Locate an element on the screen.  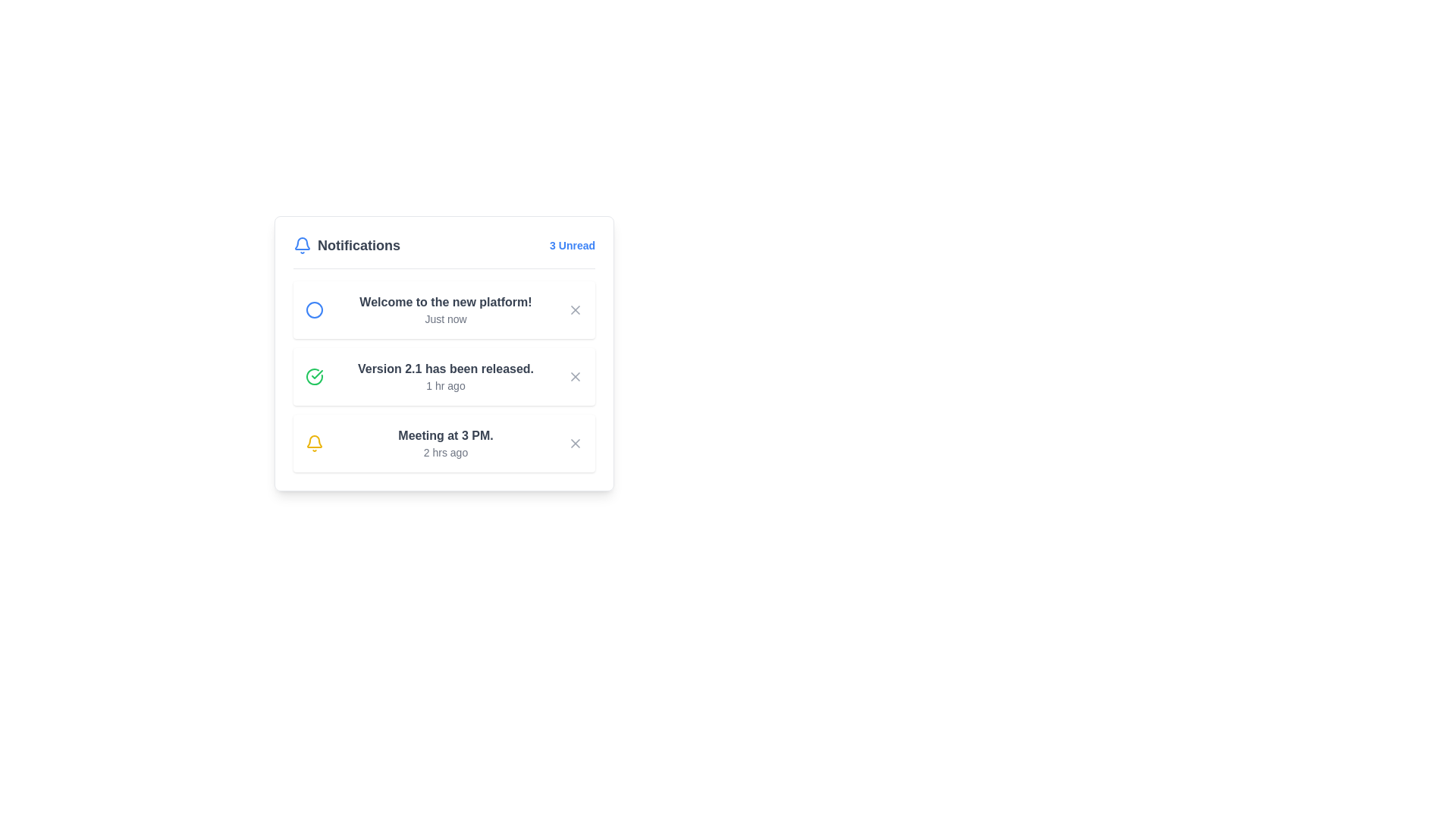
the green circular icon with a checkmark indicating a successful status, located to the left of the notification stating 'Version 2.1 has been released.' is located at coordinates (313, 376).